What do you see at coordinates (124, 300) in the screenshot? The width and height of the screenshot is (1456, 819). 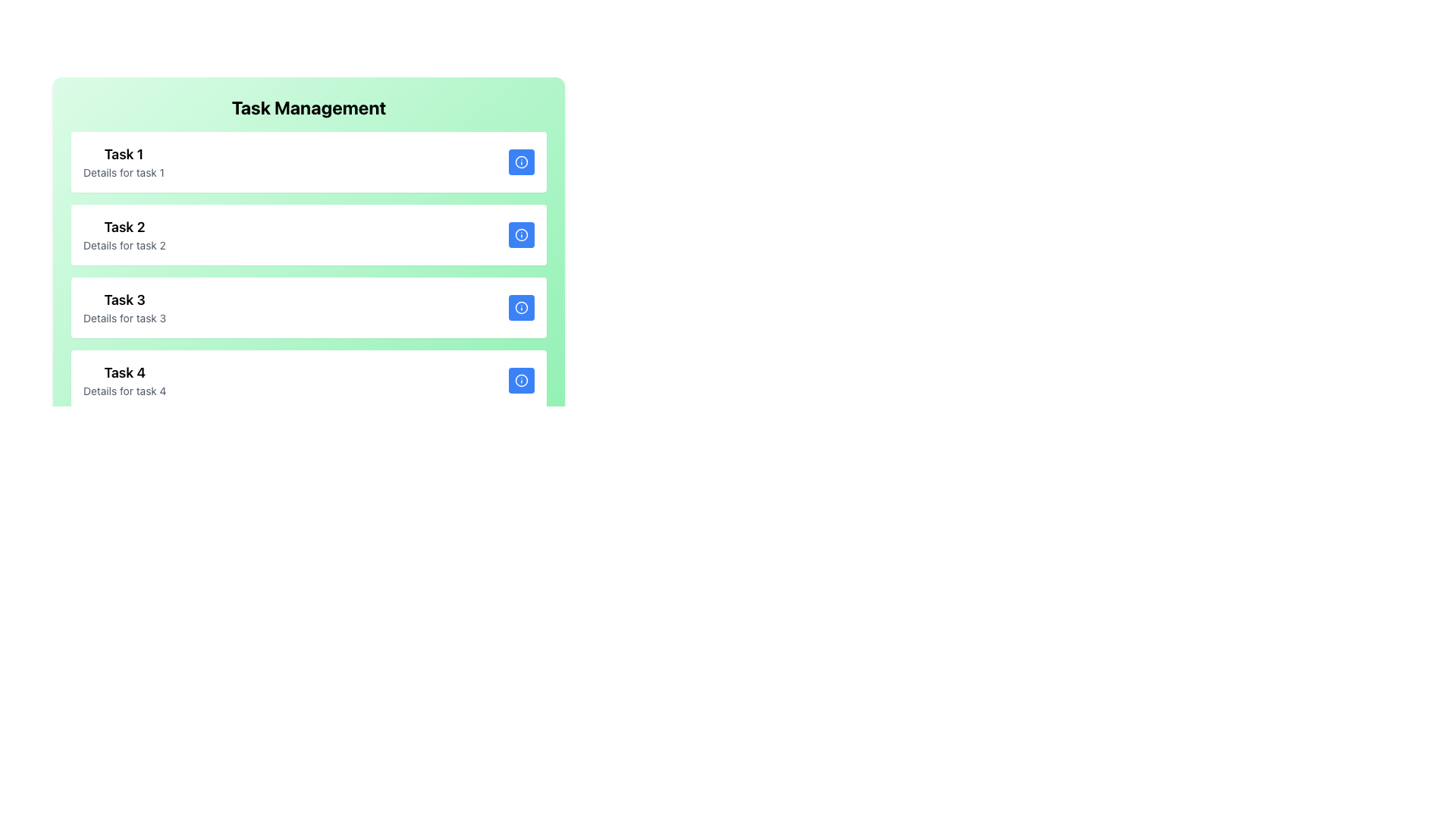 I see `the text label displaying 'Task 3', which is characterized by bold and slightly enlarged font styling, located within the green-colored 'Task Management' interface` at bounding box center [124, 300].